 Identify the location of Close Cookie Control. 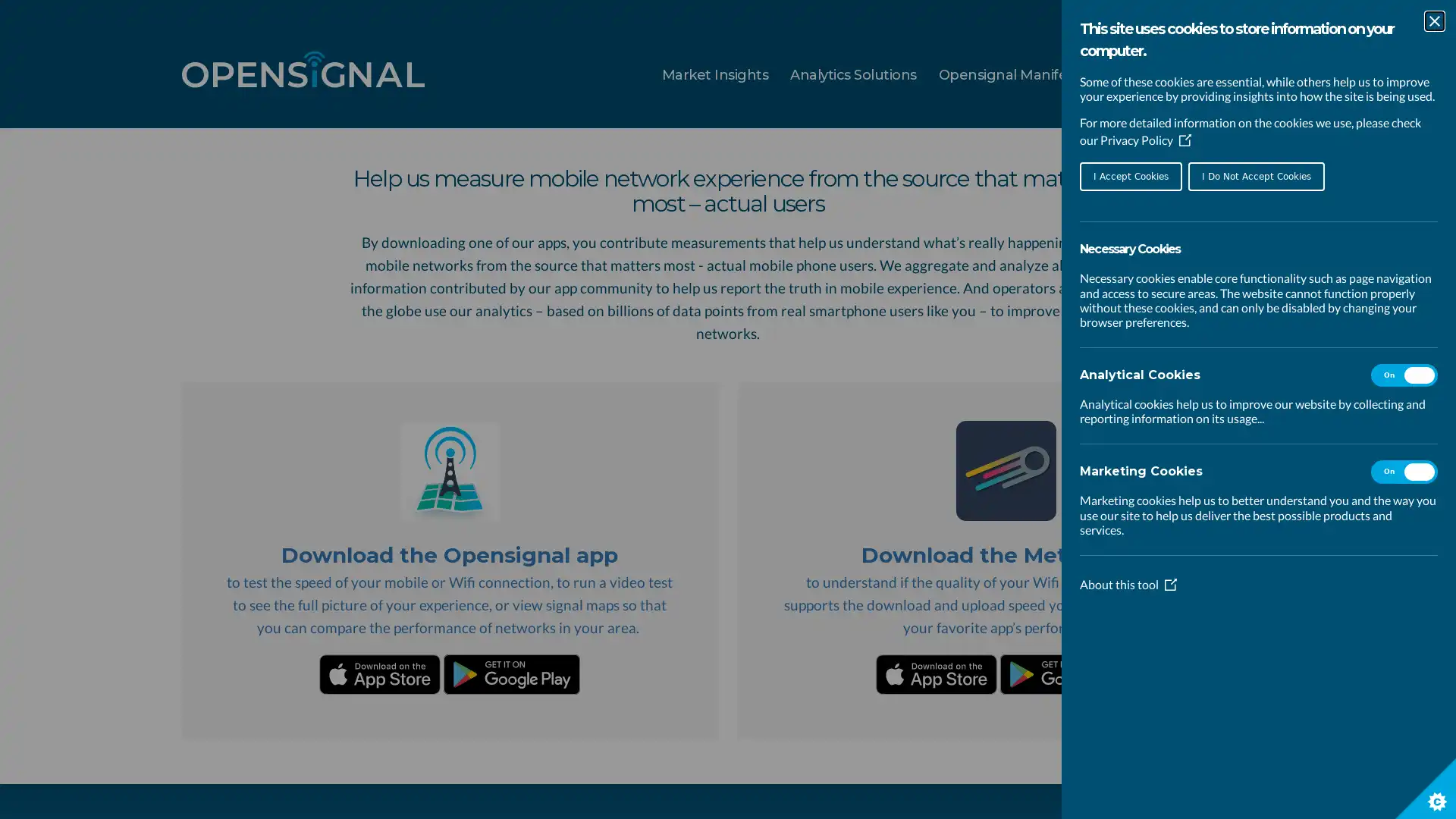
(1433, 20).